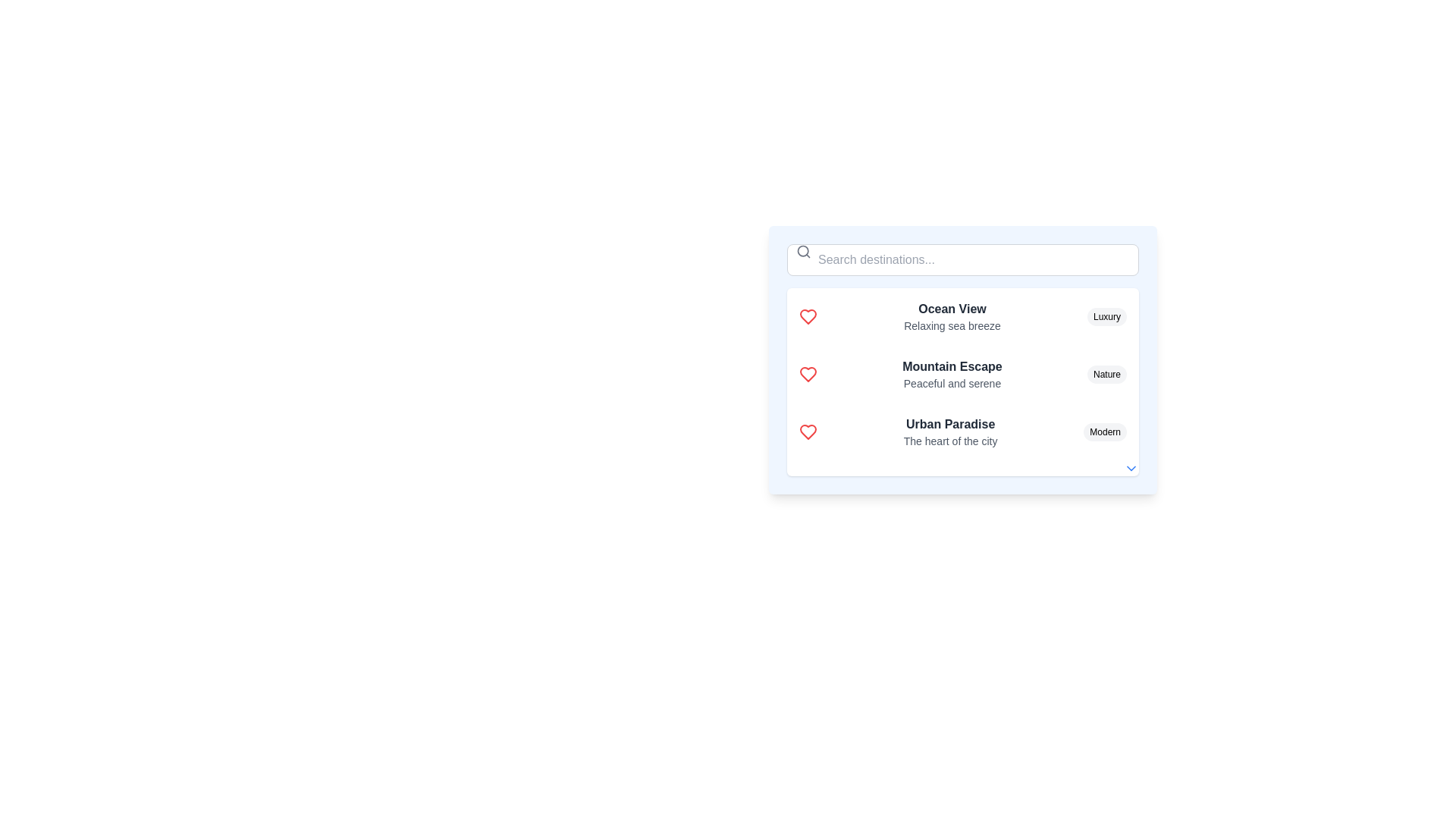  Describe the element at coordinates (952, 325) in the screenshot. I see `the label displaying 'Relaxing sea breeze', which is styled in light gray and located under the 'Ocean View' heading within a card layout` at that location.